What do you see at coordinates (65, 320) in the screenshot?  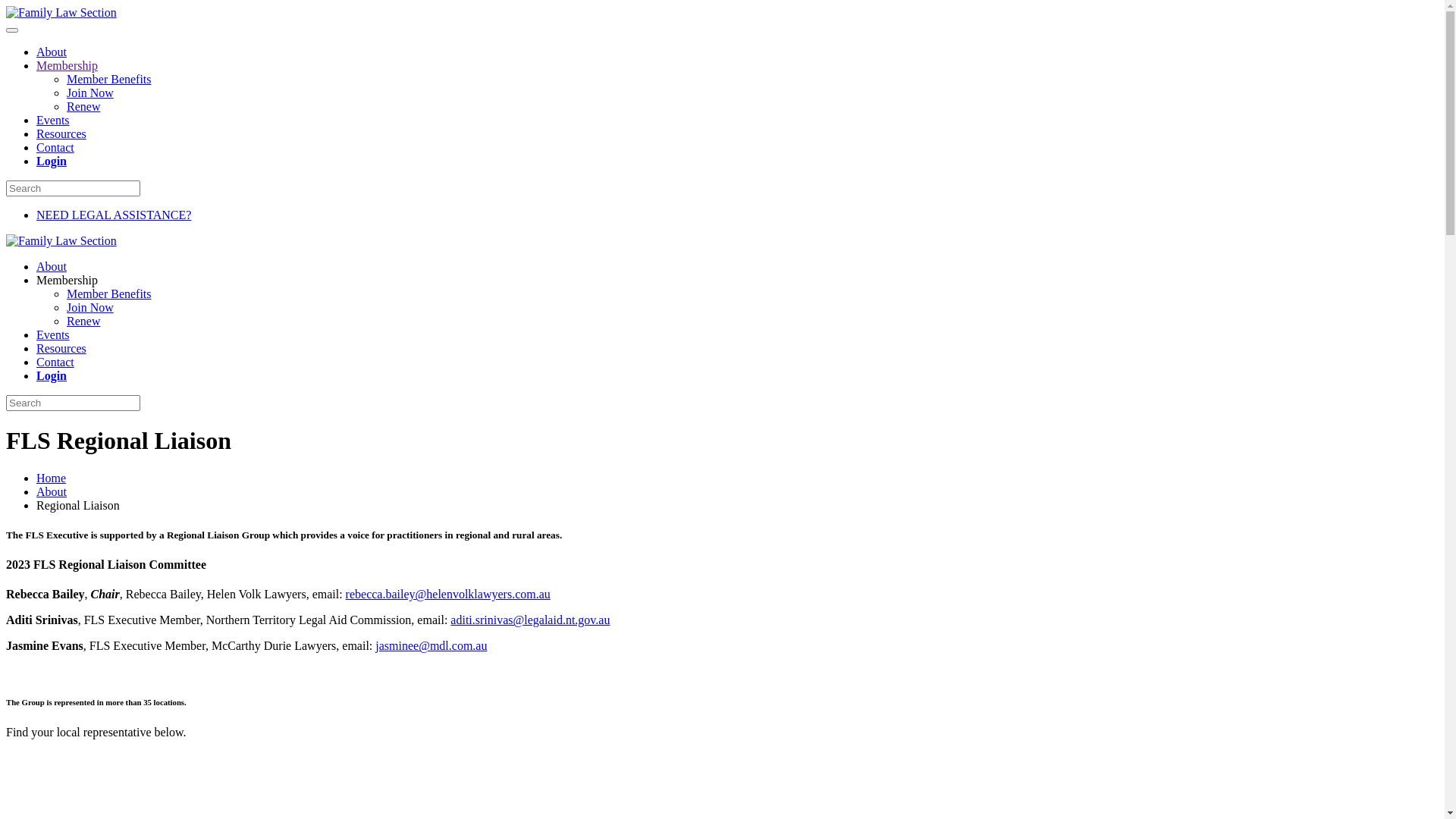 I see `'Renew'` at bounding box center [65, 320].